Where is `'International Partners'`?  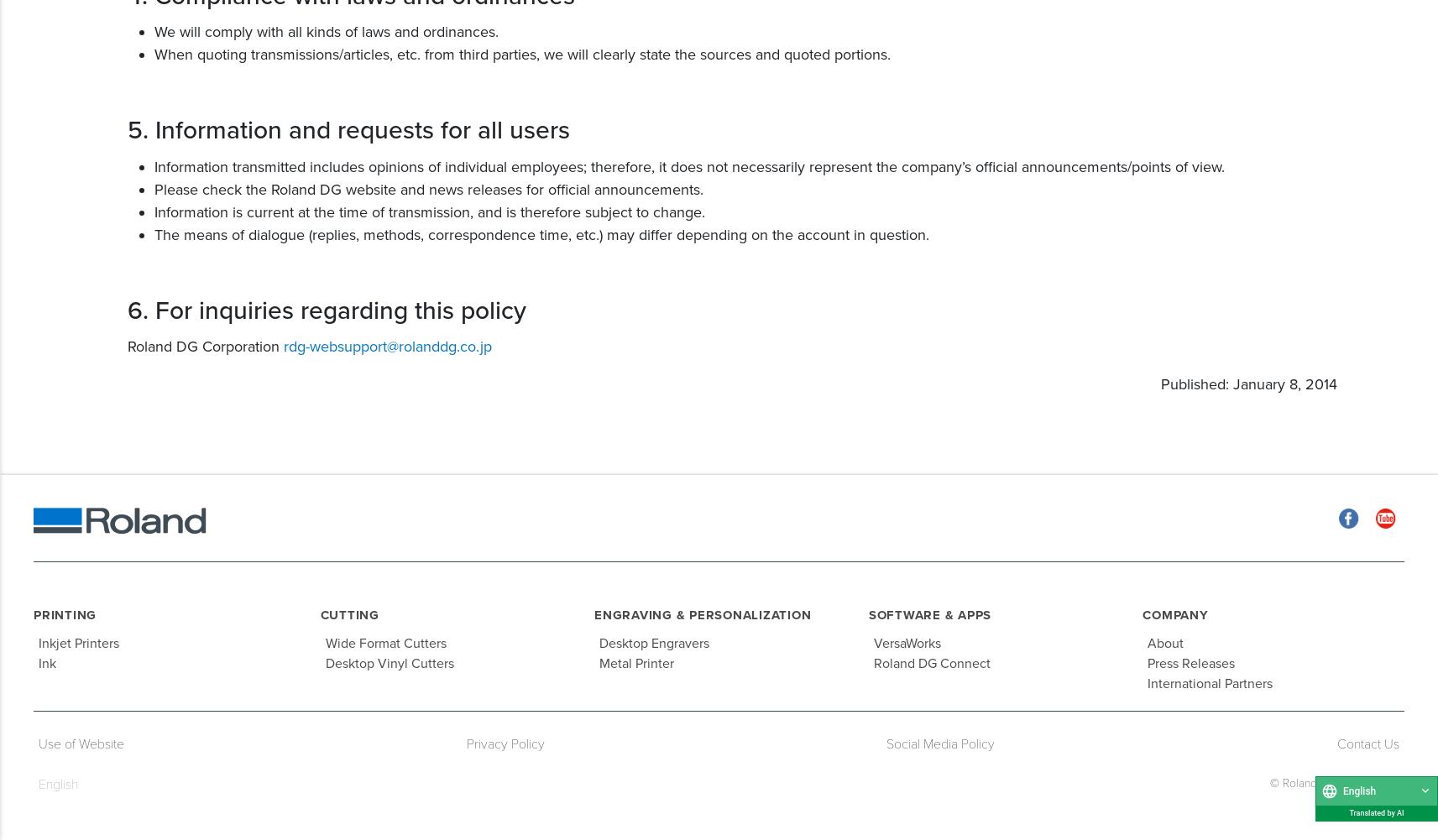 'International Partners' is located at coordinates (1209, 682).